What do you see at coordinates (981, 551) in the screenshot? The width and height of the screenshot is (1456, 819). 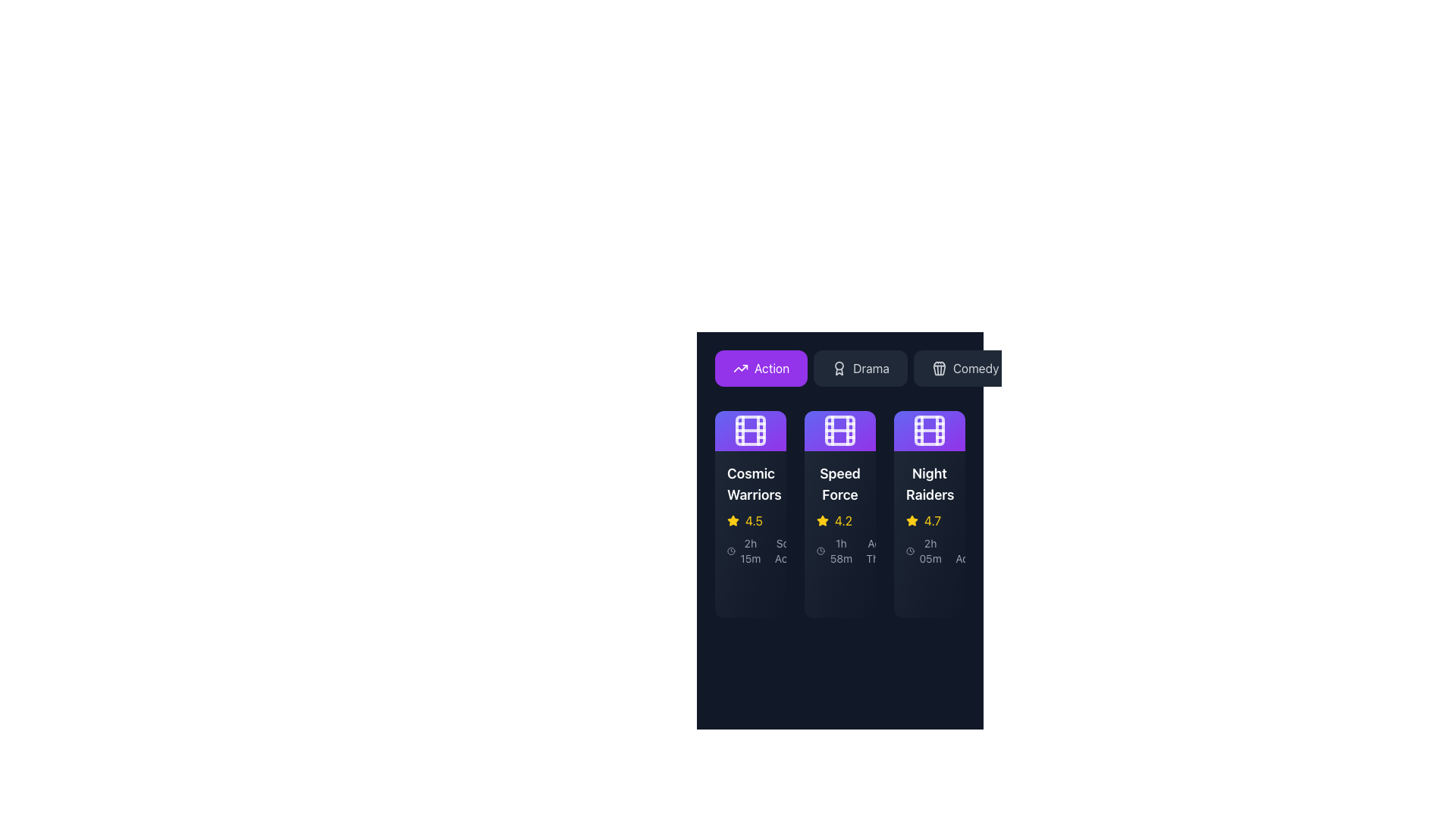 I see `the text label displaying 'Action Adventure' located in the bottom section of the movie card for 'Night Raiders', positioned to the right of the duration text '2h 05m'` at bounding box center [981, 551].